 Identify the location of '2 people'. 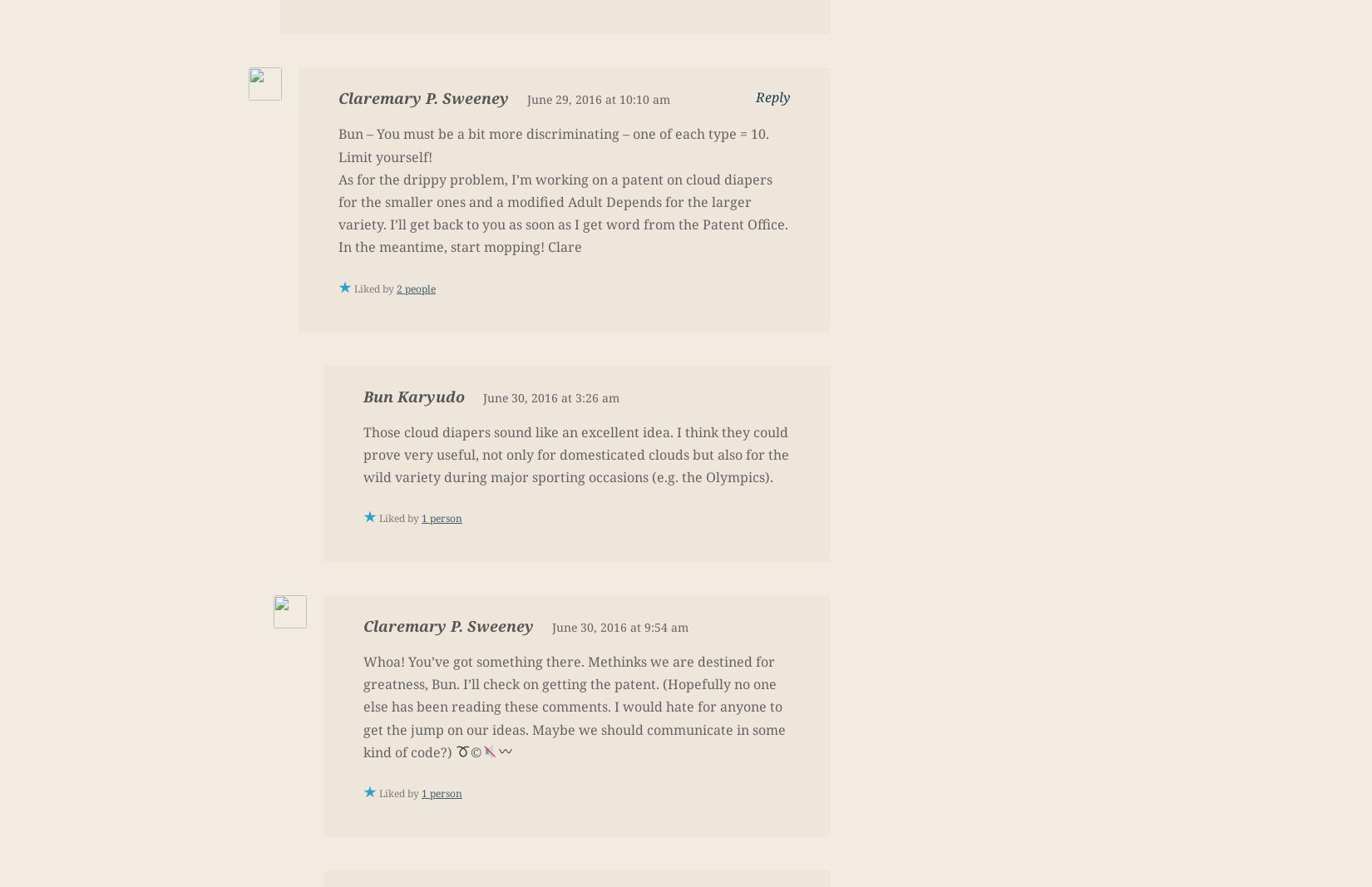
(396, 288).